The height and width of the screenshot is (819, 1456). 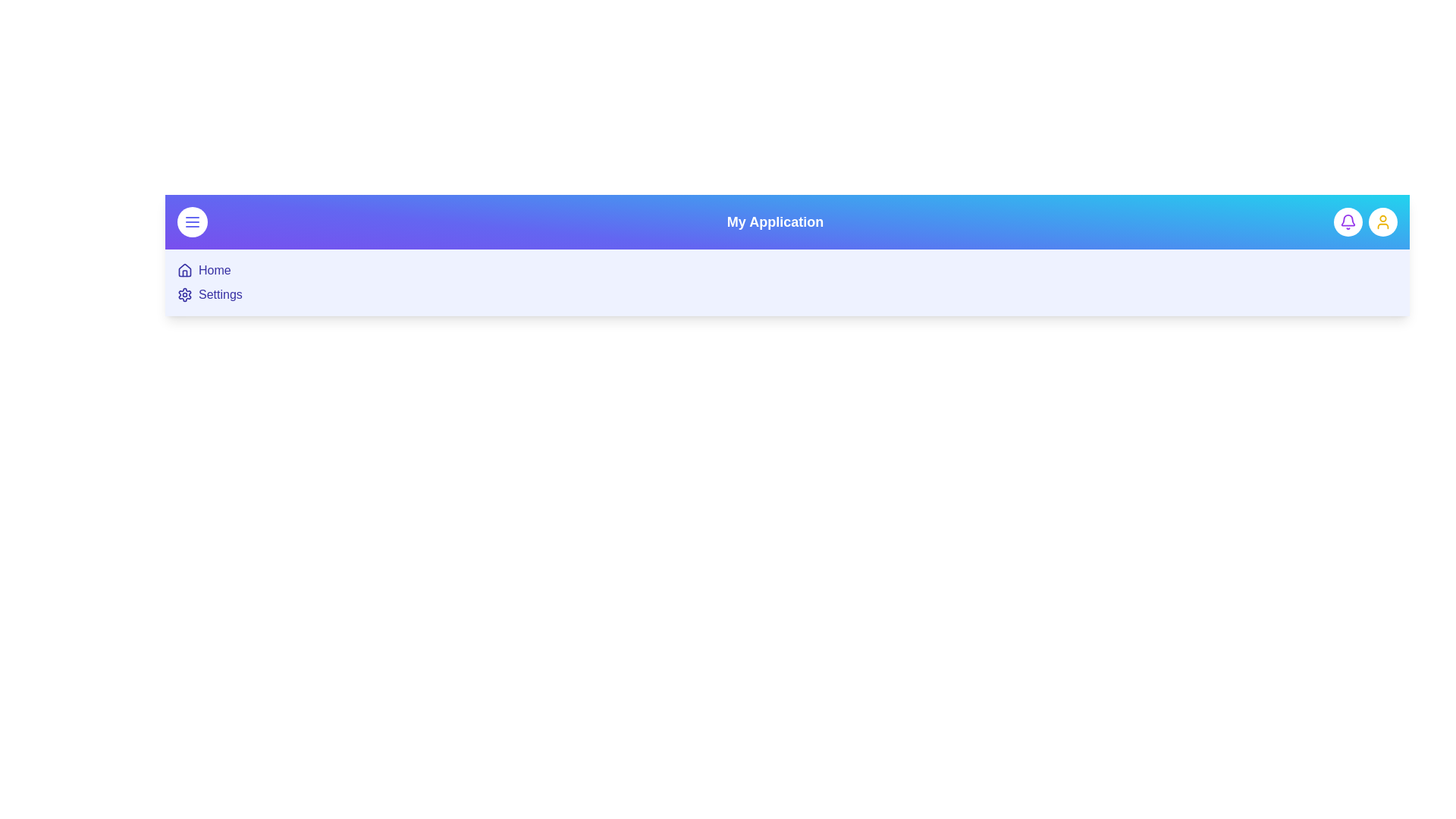 What do you see at coordinates (214, 270) in the screenshot?
I see `the 'Home' menu item` at bounding box center [214, 270].